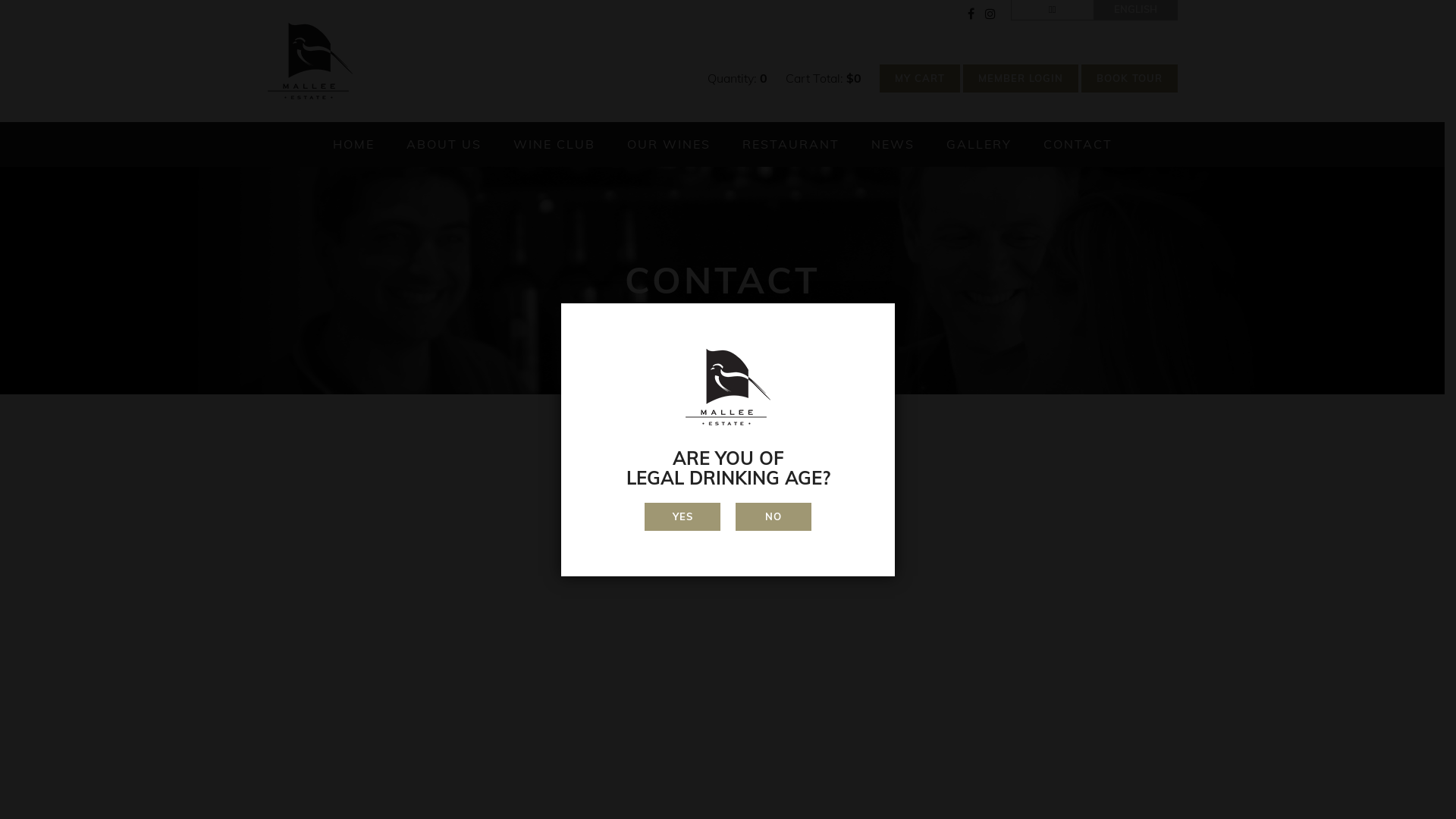 The height and width of the screenshot is (819, 1456). I want to click on 'WINE CLUB', so click(552, 144).